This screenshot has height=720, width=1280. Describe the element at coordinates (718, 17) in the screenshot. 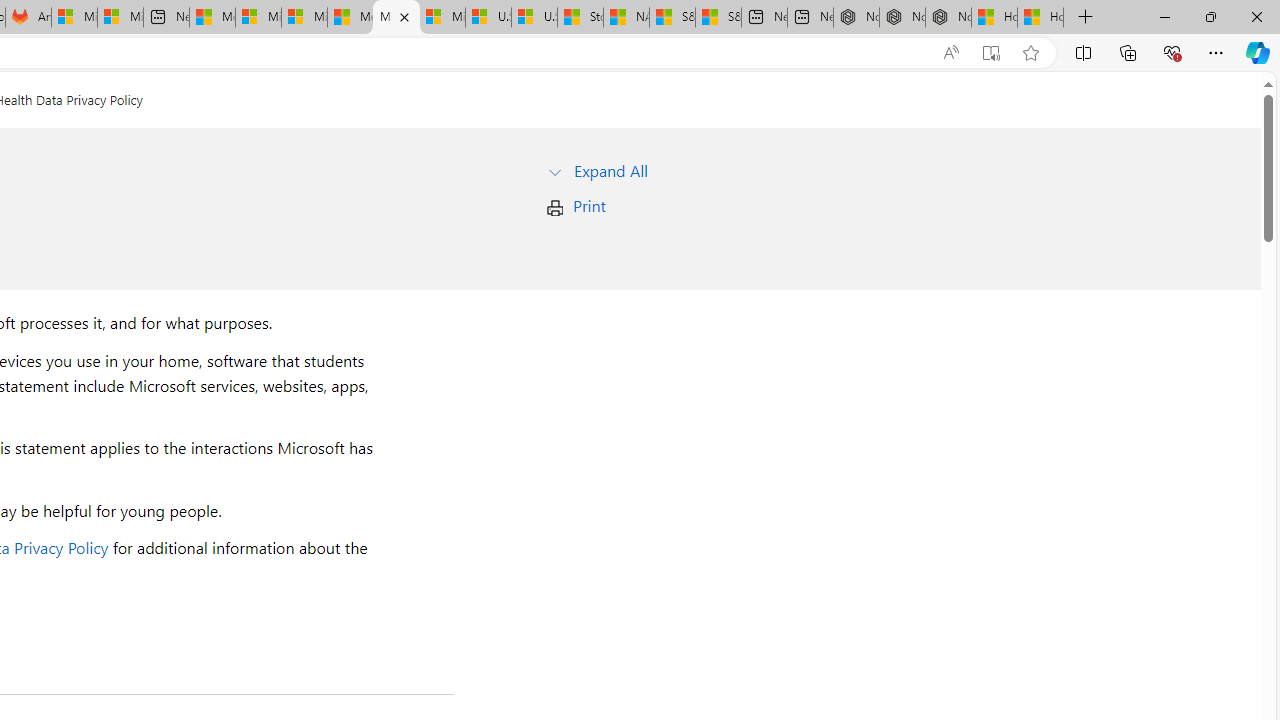

I see `'S&P 500, Nasdaq end lower, weighed by Nvidia dip | Watch'` at that location.